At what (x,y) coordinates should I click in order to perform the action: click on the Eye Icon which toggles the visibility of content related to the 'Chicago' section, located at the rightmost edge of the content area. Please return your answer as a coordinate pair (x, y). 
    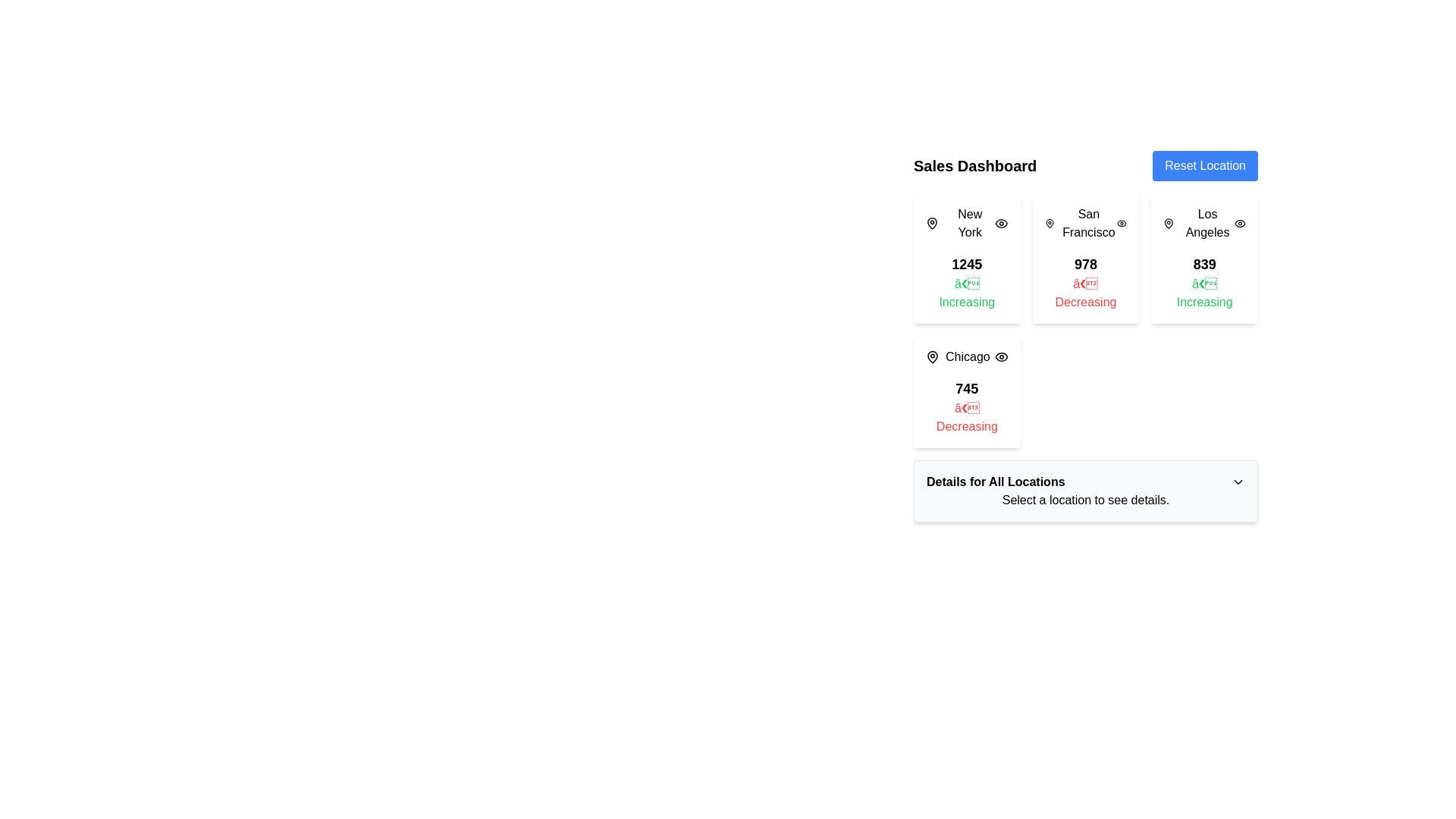
    Looking at the image, I should click on (1001, 356).